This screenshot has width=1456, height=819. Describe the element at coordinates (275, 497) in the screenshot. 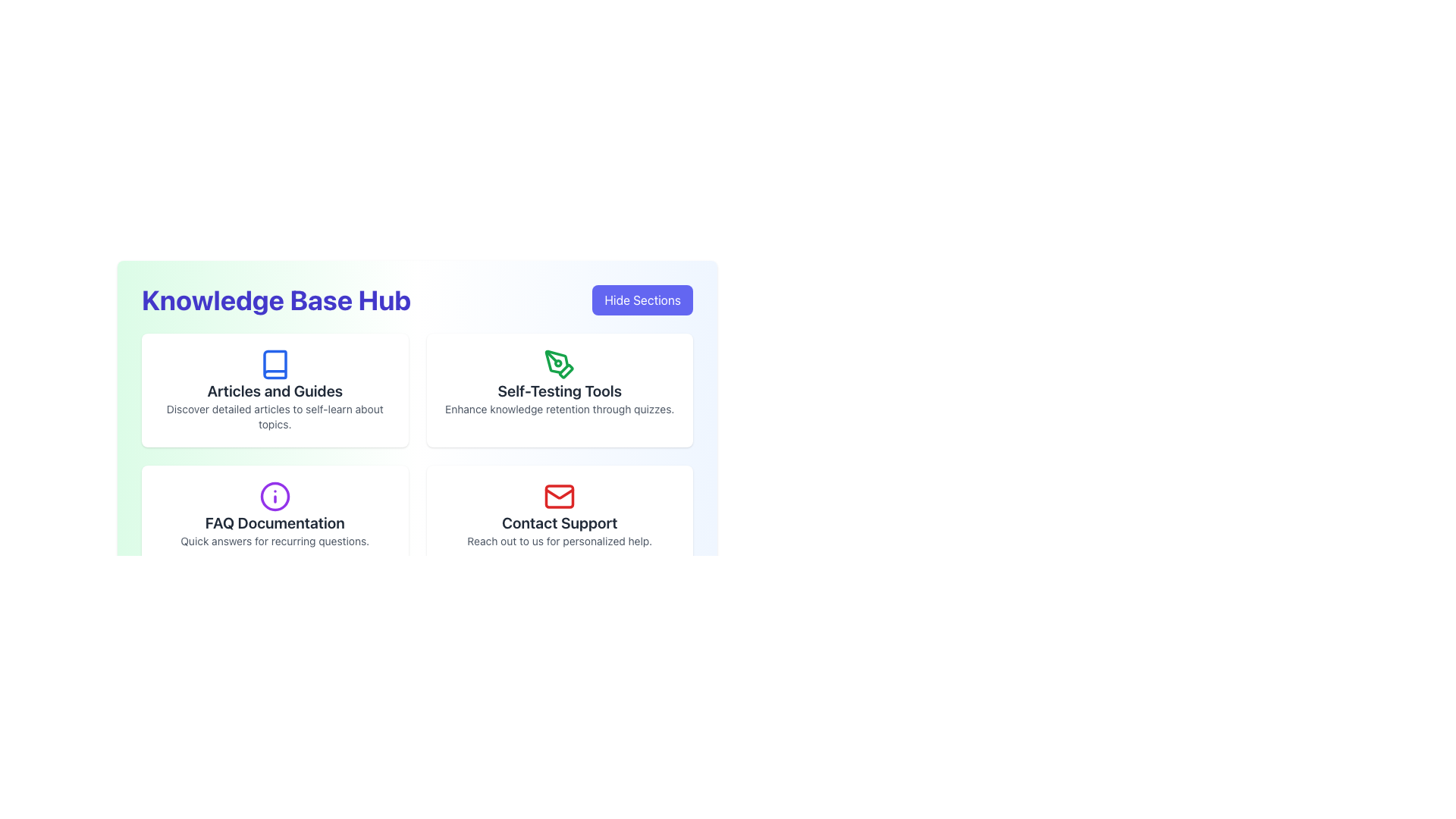

I see `the FAQ Documentation icon located above the section's title, which signifies the information hub for frequently asked questions` at that location.